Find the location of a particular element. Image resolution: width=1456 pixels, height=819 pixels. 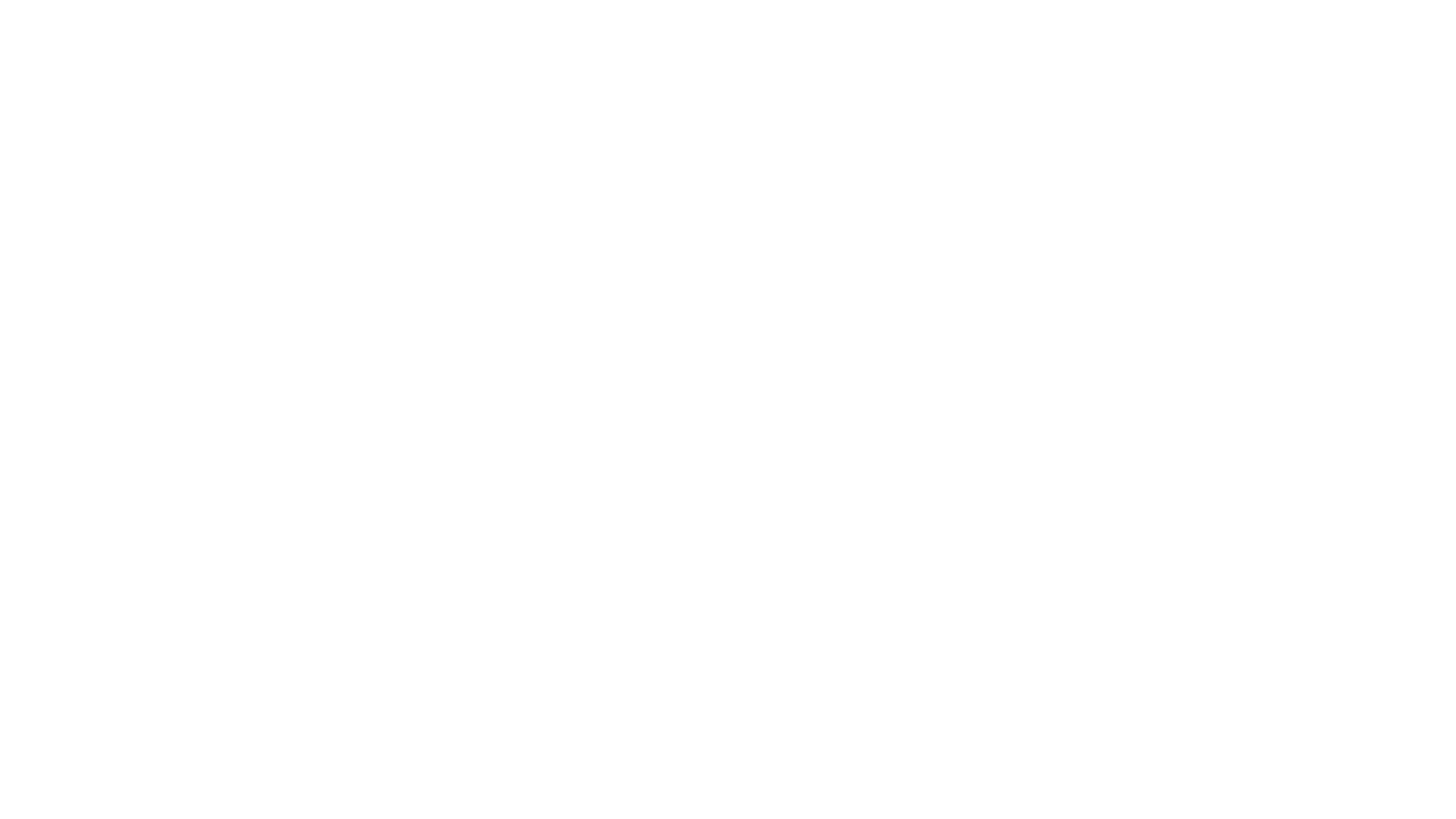

Conflict of Interest: No is located at coordinates (225, 256).